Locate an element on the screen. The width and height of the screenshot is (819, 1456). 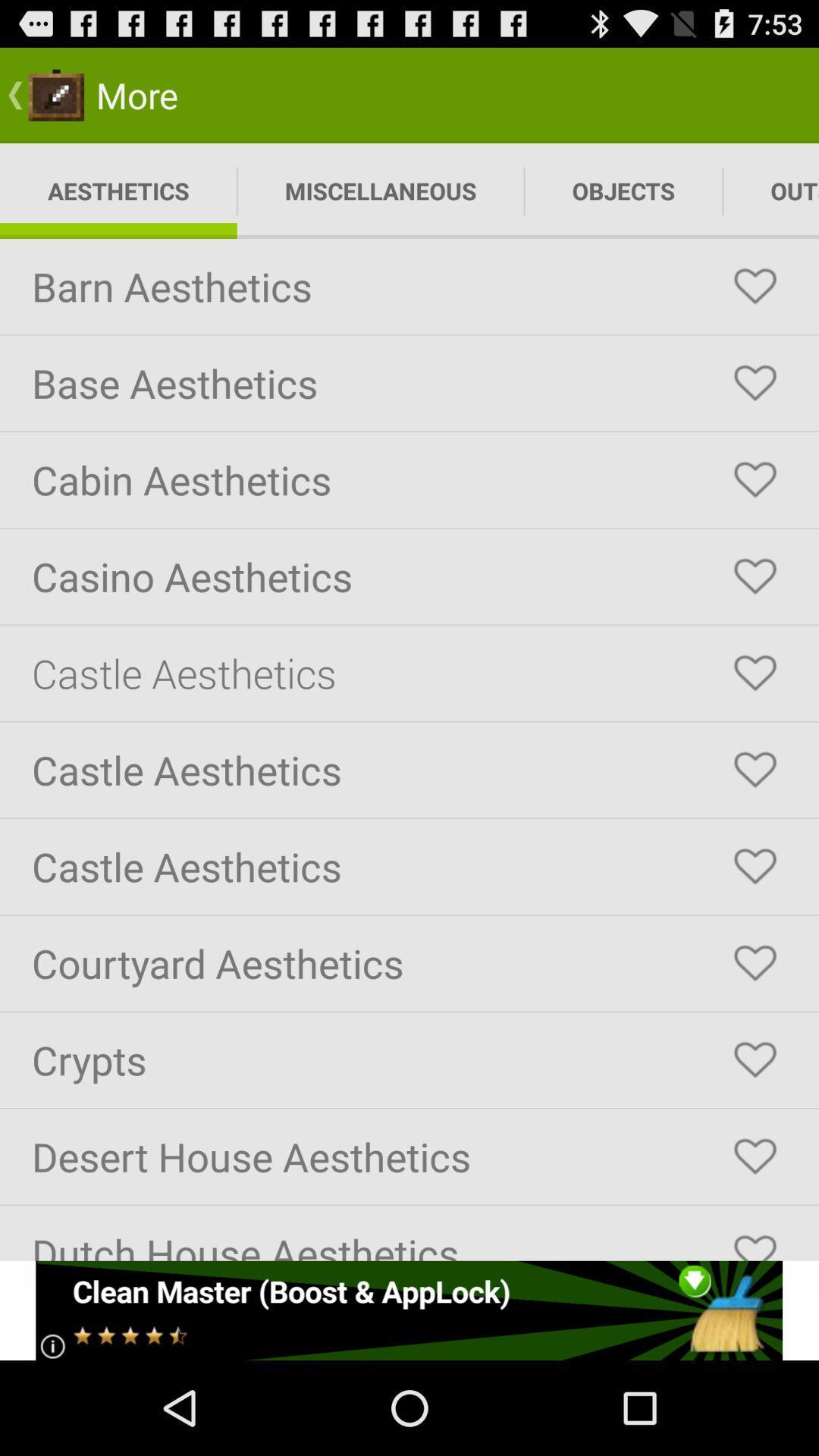
item is located at coordinates (755, 479).